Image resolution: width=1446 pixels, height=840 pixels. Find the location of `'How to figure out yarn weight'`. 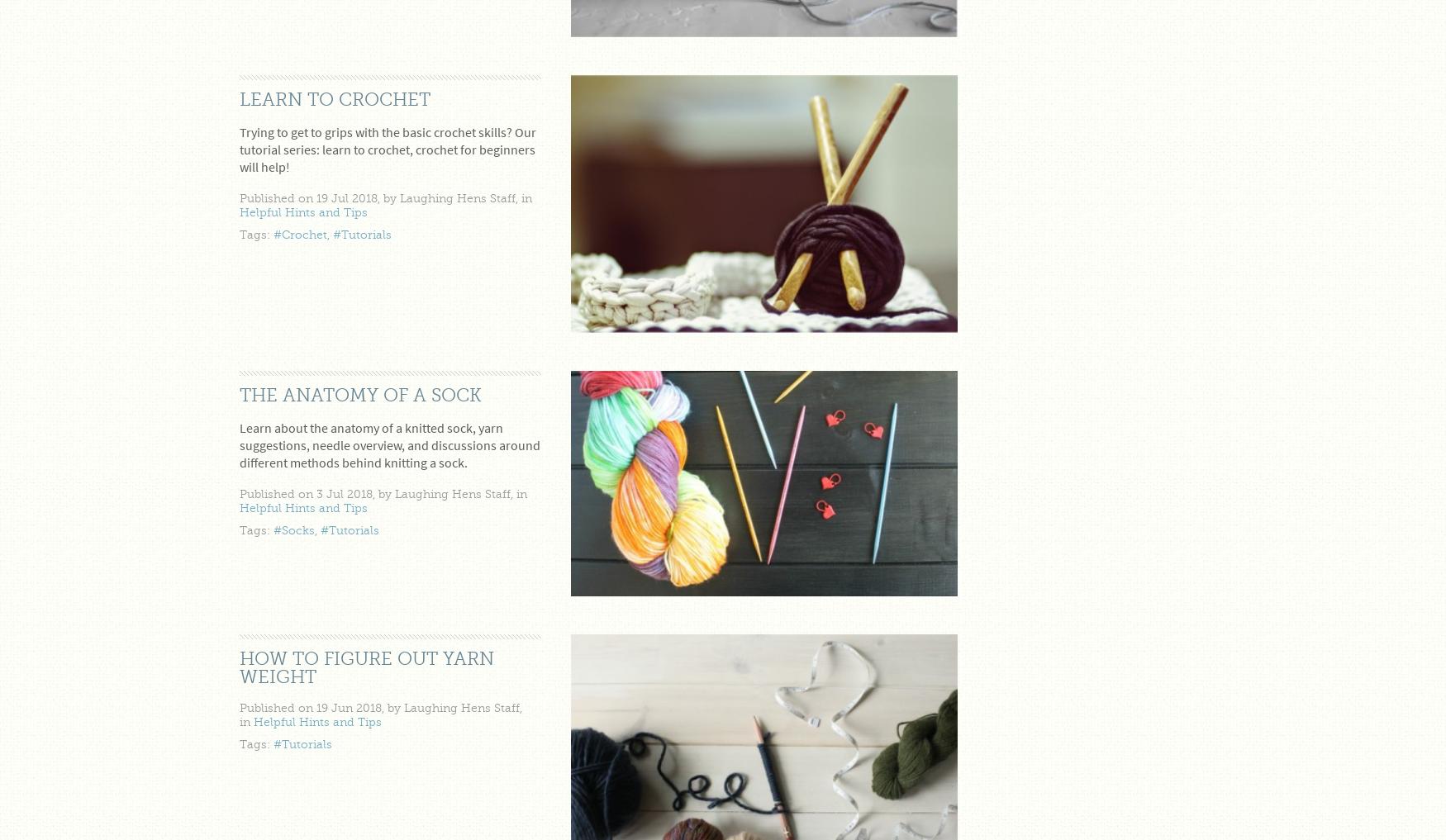

'How to figure out yarn weight' is located at coordinates (366, 667).